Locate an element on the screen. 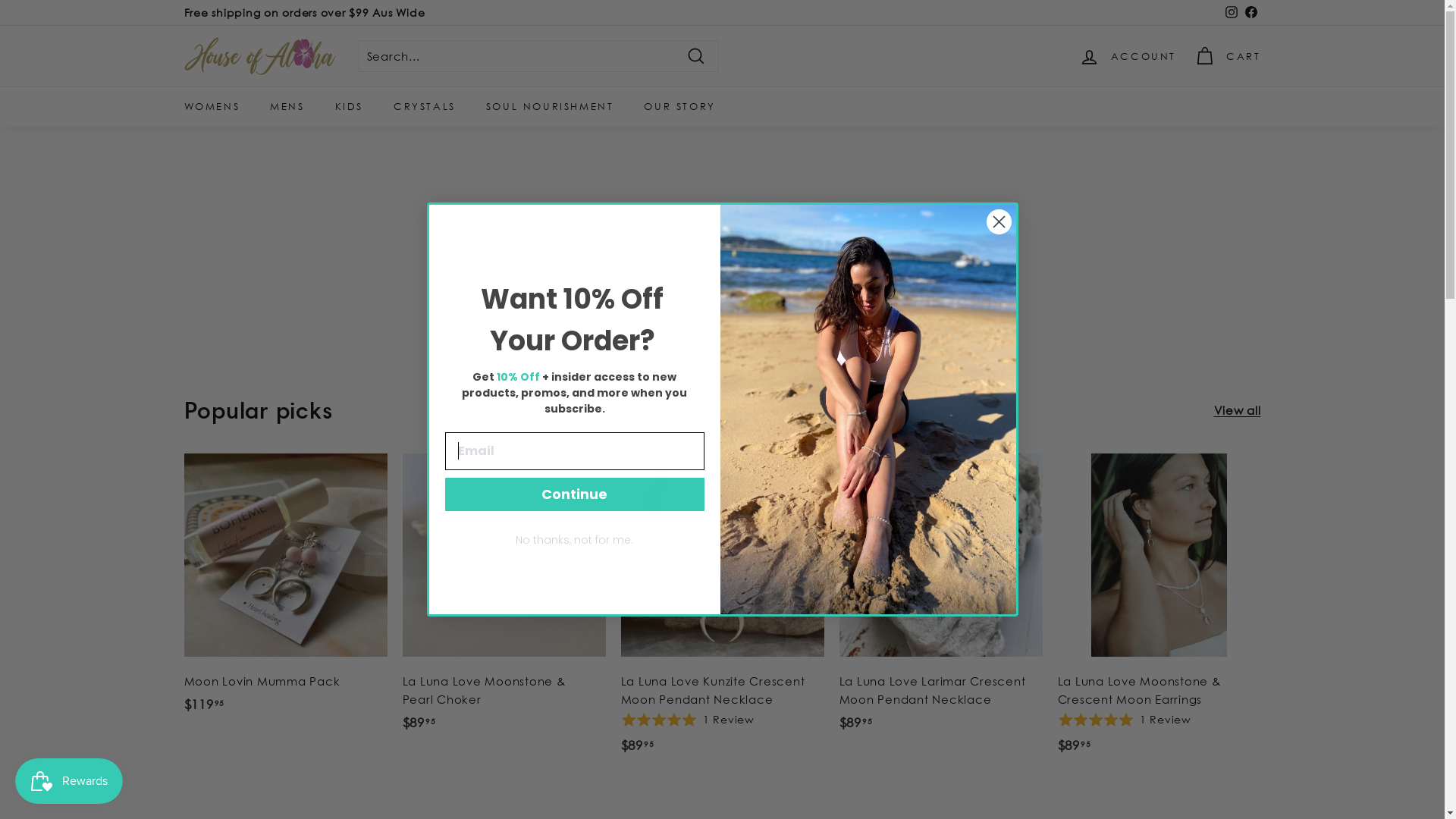  'KIDS' is located at coordinates (348, 105).